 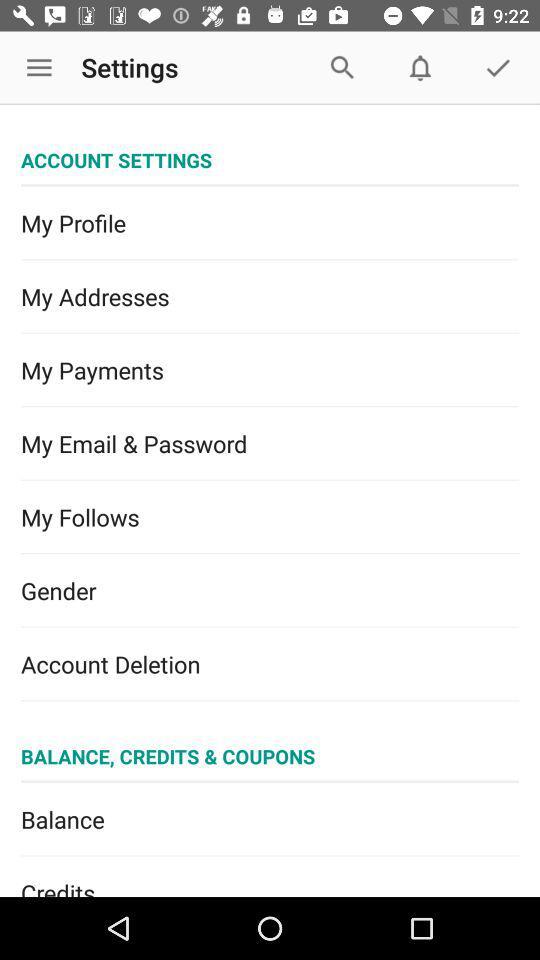 I want to click on app next to the settings icon, so click(x=39, y=68).